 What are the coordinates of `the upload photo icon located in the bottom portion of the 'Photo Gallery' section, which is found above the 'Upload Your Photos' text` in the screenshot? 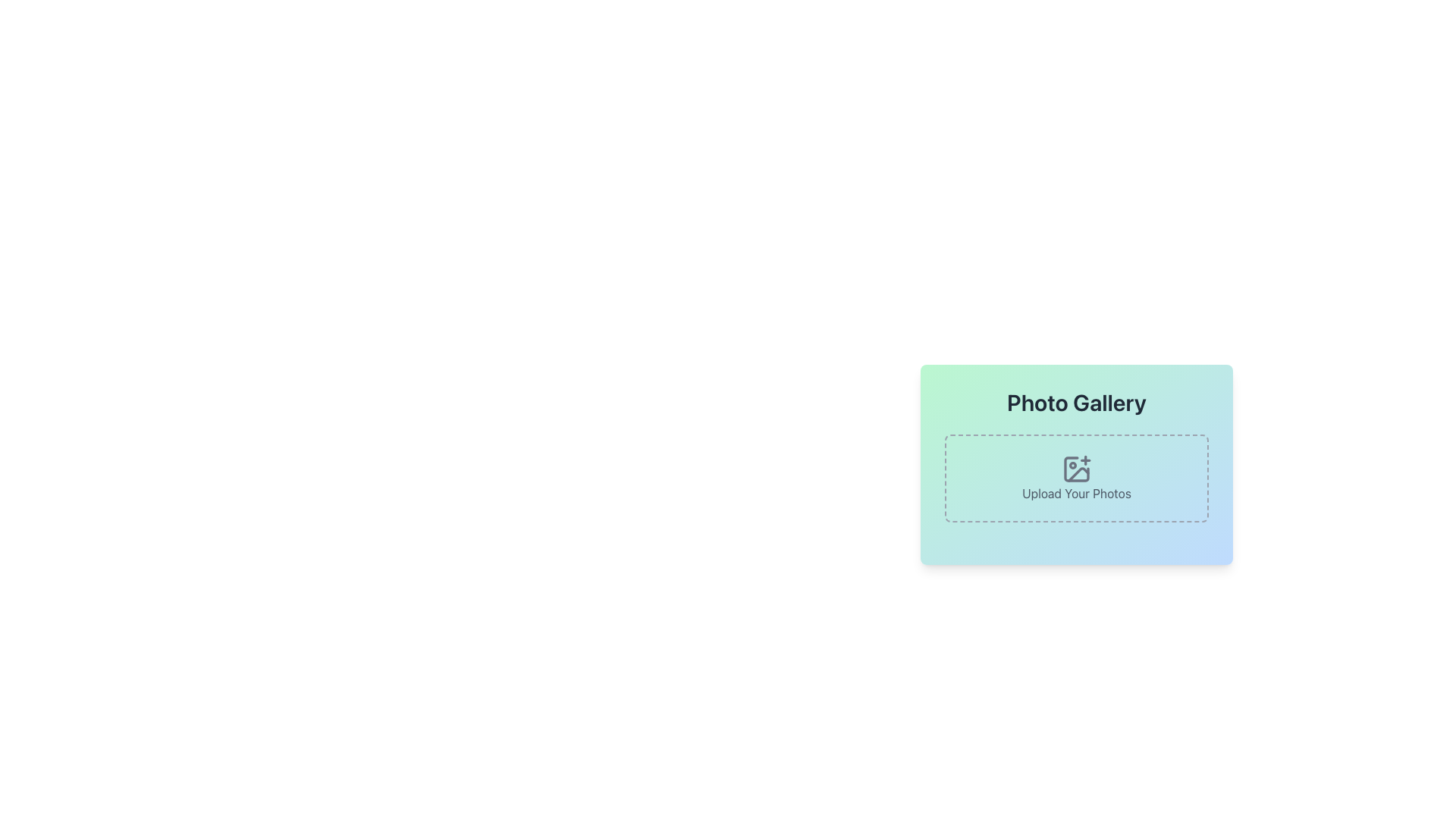 It's located at (1076, 468).